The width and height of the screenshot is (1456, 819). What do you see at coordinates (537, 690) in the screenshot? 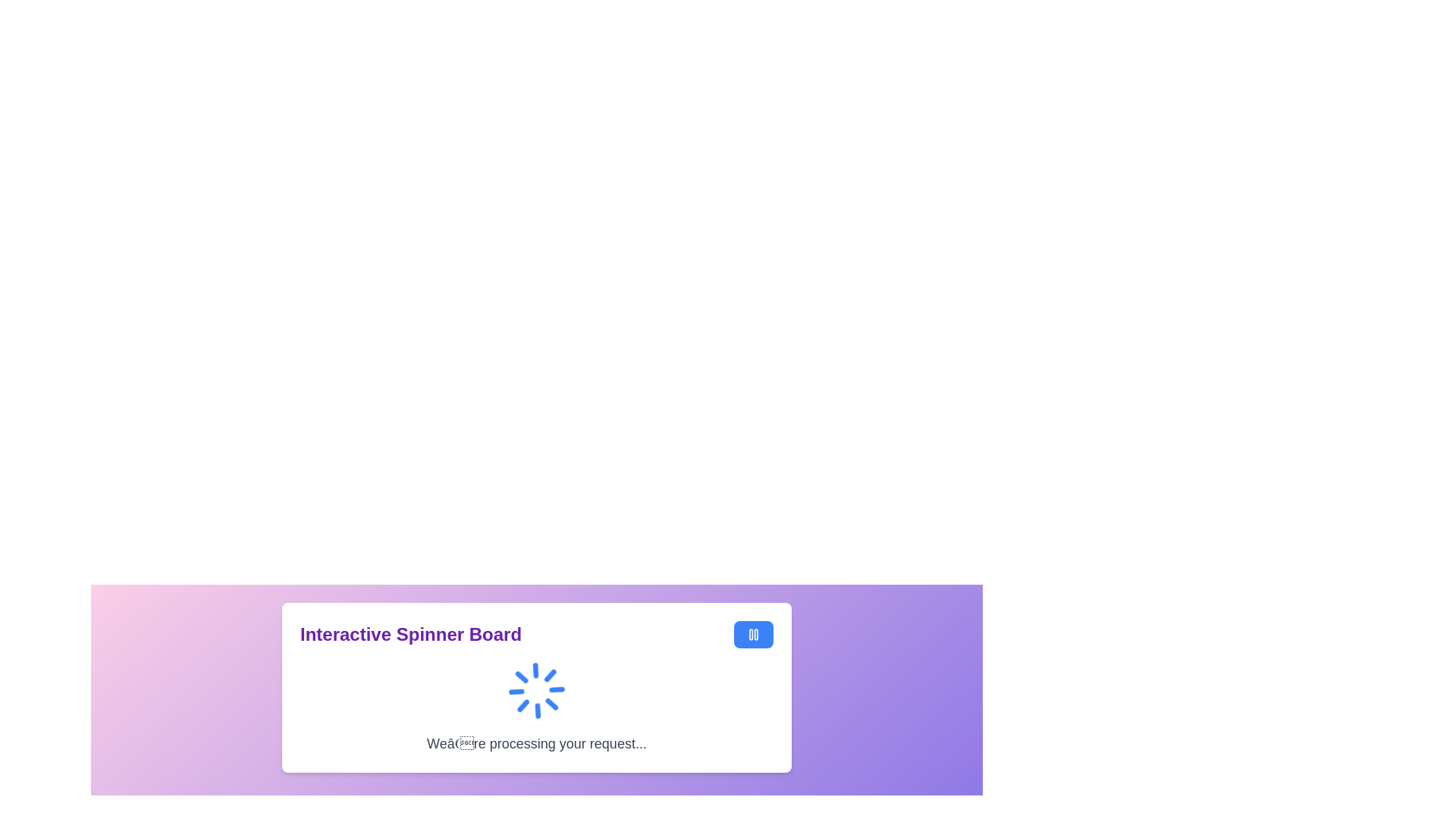
I see `the loading spinner located in the center of the white card panel under the title 'Interactive Spinner Board' to indicate that a process is underway` at bounding box center [537, 690].